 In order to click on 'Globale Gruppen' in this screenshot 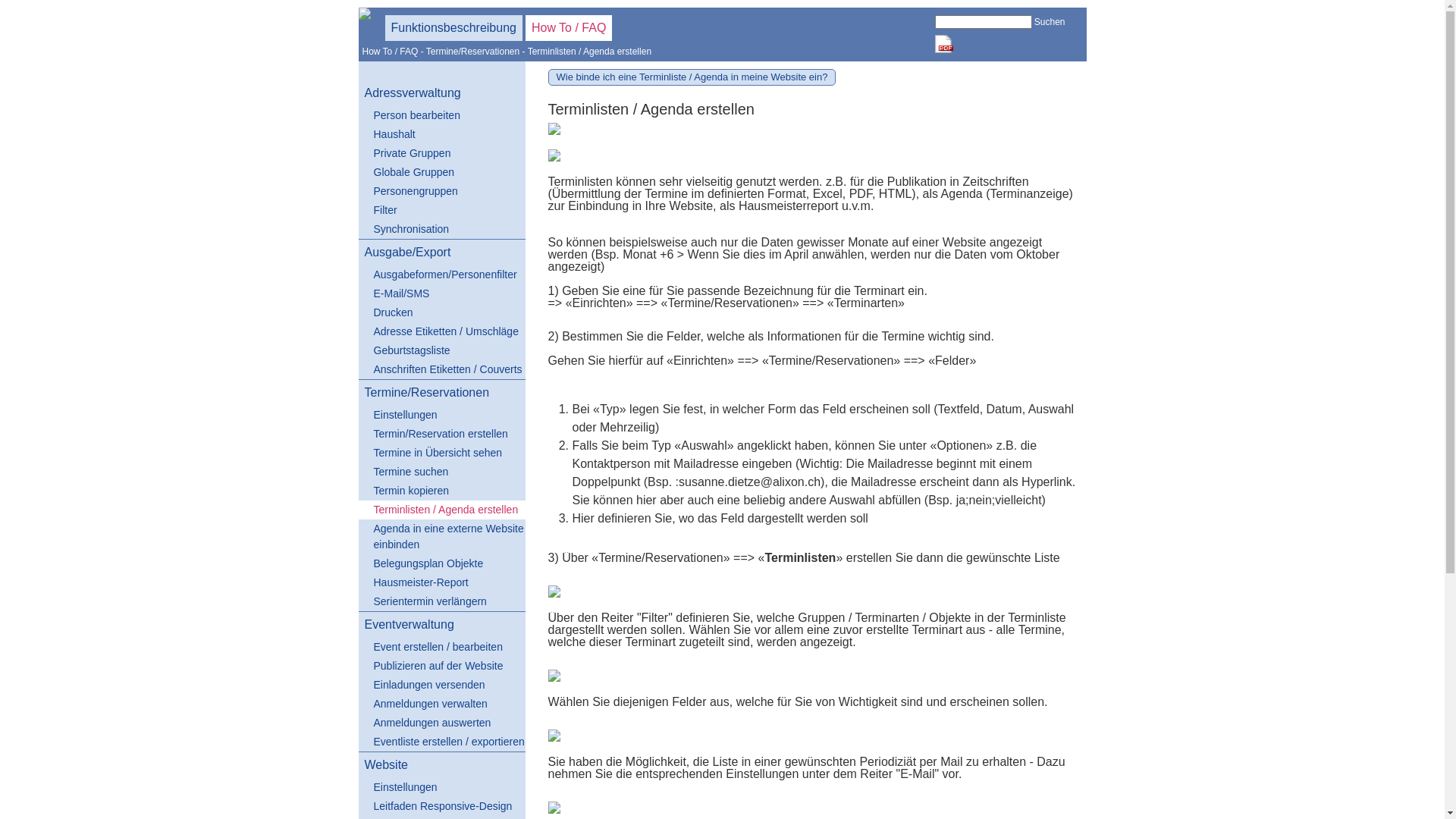, I will do `click(356, 171)`.